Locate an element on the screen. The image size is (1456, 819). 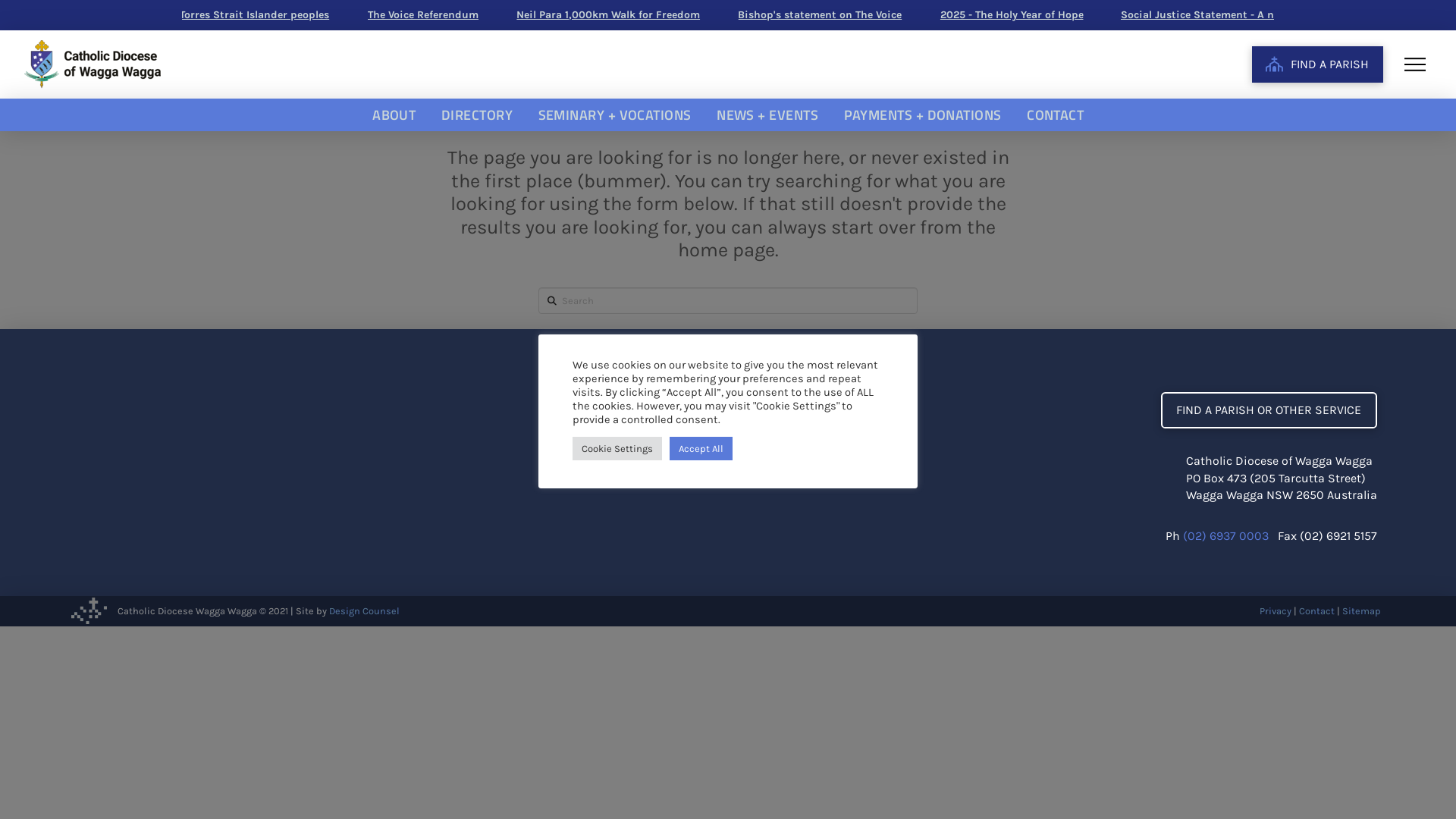
'ABOUT' is located at coordinates (359, 114).